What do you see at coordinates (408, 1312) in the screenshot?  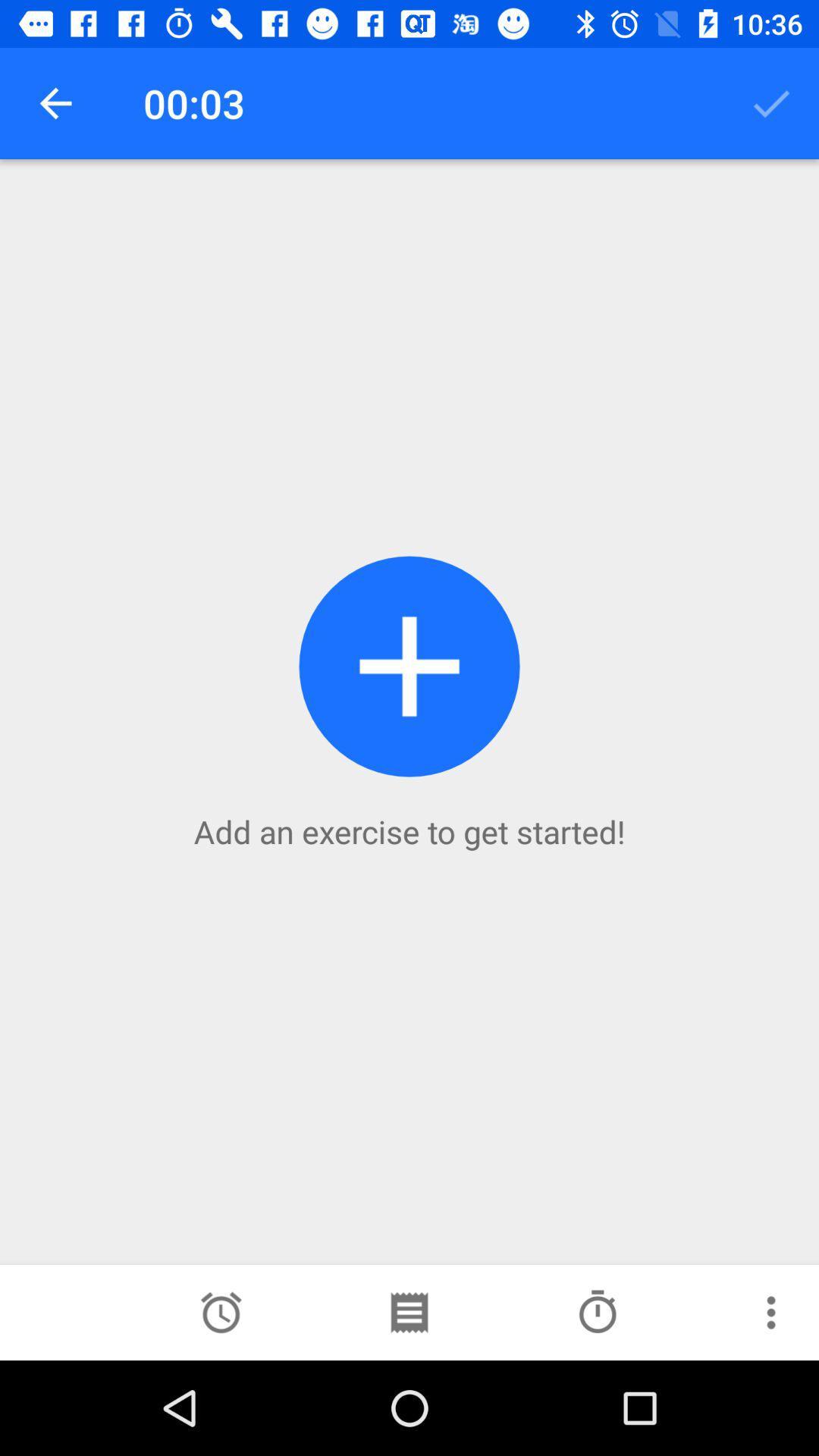 I see `opened apps` at bounding box center [408, 1312].